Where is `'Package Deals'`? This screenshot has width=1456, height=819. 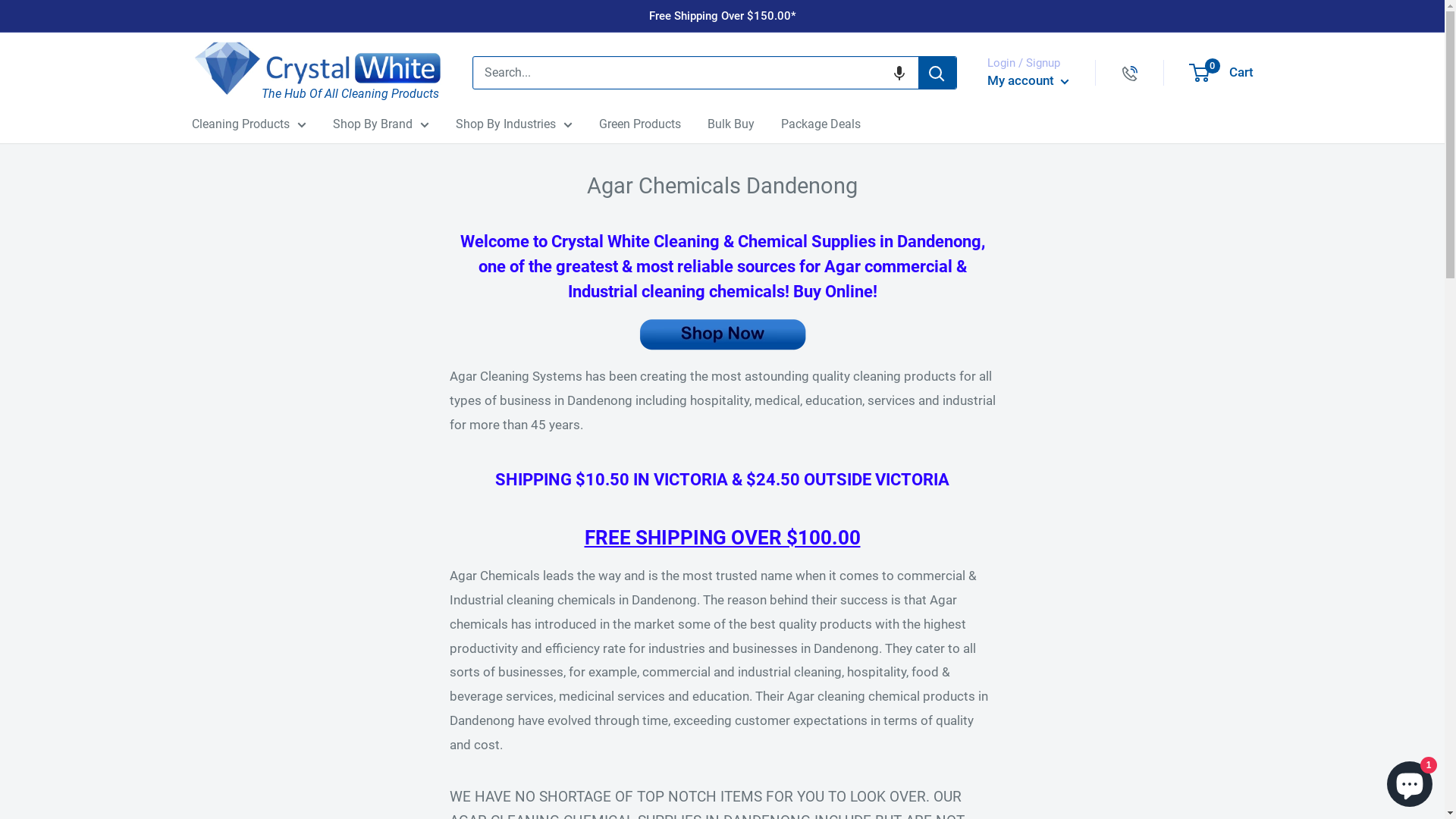
'Package Deals' is located at coordinates (781, 124).